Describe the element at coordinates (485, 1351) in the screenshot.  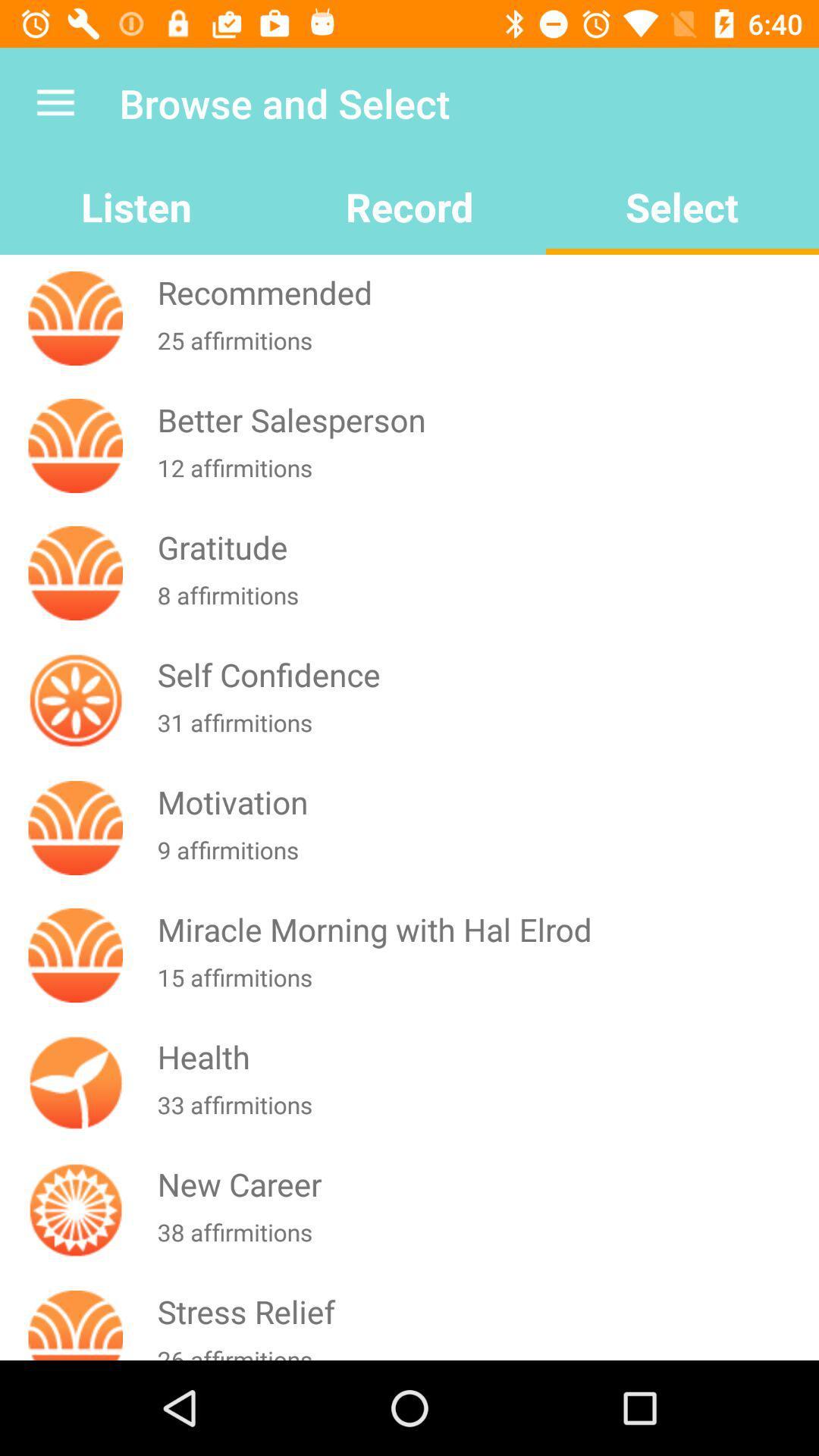
I see `26 affirmitions icon` at that location.